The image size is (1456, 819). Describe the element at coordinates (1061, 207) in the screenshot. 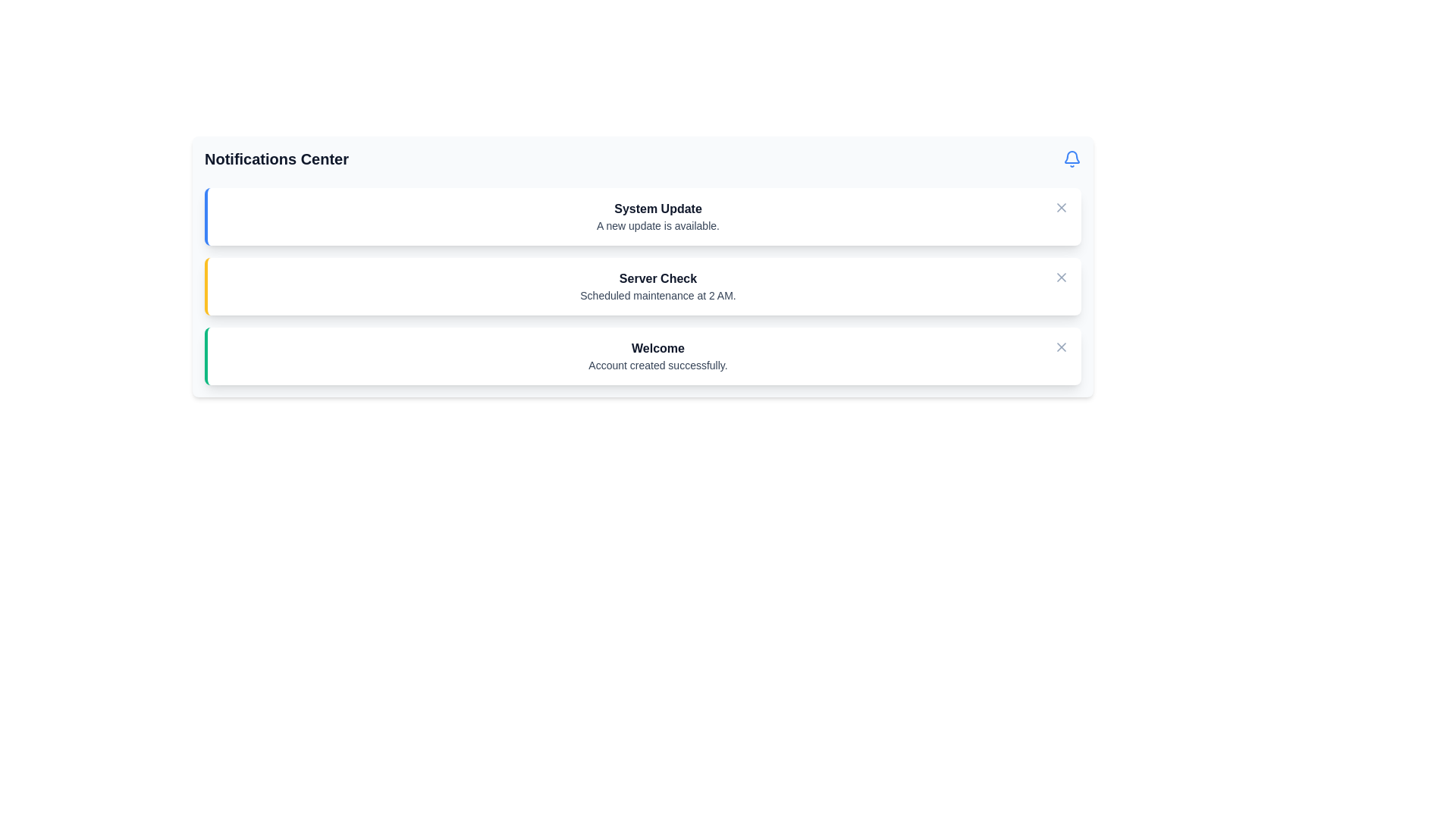

I see `the close button located at the top-right corner of the 'System Update' notification card to change its color` at that location.